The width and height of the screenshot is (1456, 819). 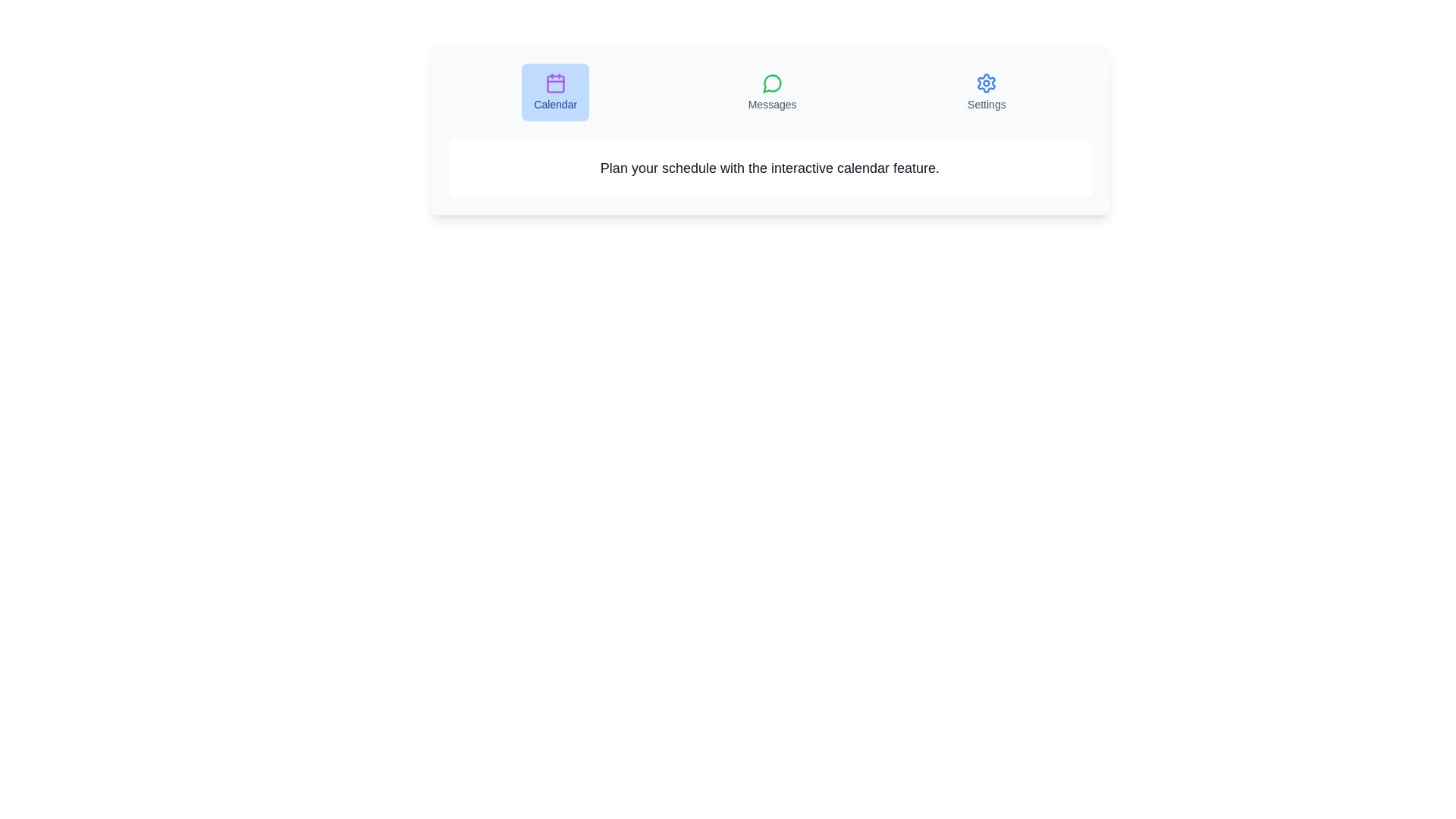 What do you see at coordinates (554, 93) in the screenshot?
I see `the Calendar tab to view its content` at bounding box center [554, 93].